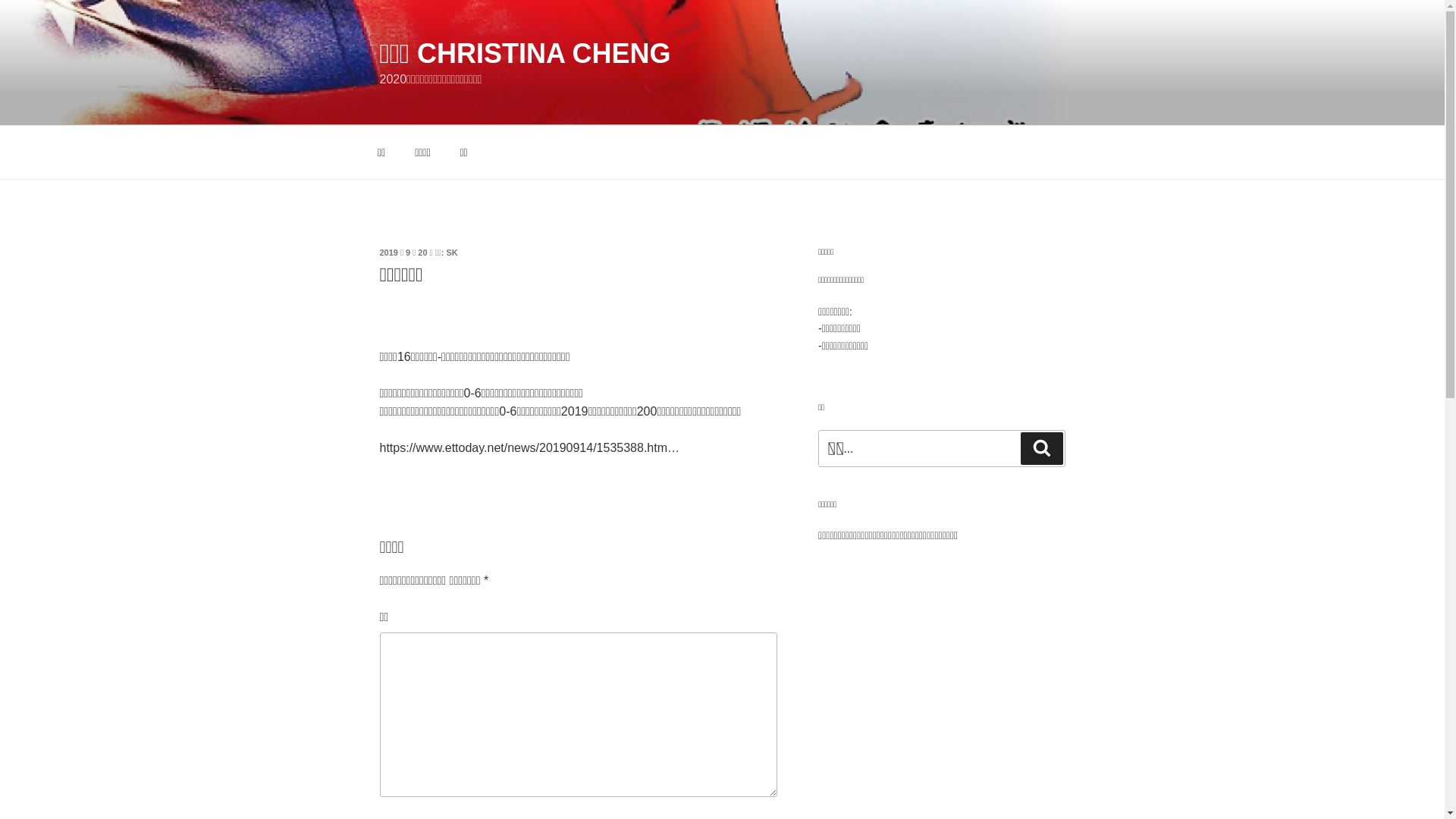 Image resolution: width=1456 pixels, height=819 pixels. What do you see at coordinates (450, 251) in the screenshot?
I see `'SK'` at bounding box center [450, 251].